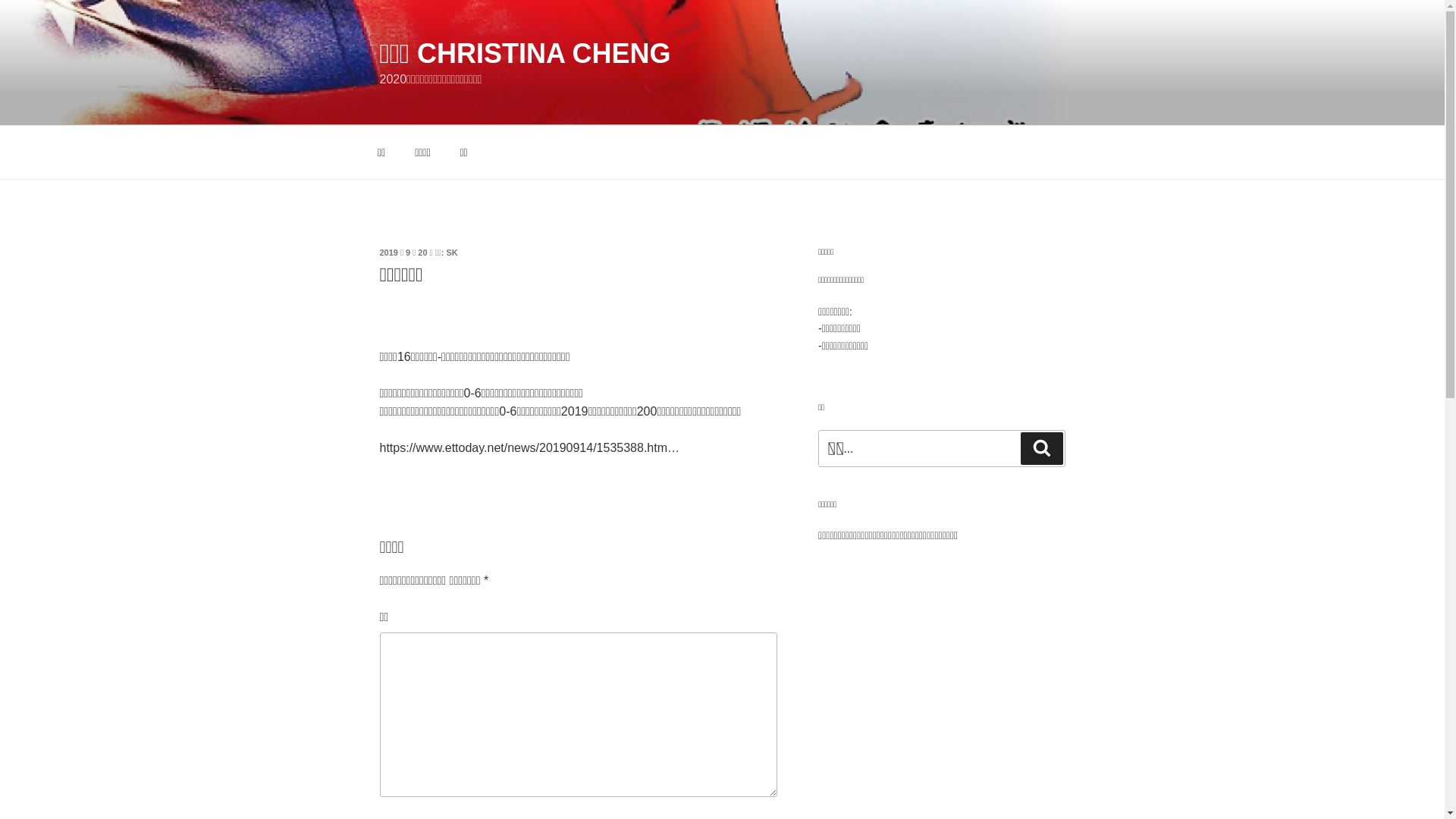 Image resolution: width=1456 pixels, height=819 pixels. What do you see at coordinates (450, 251) in the screenshot?
I see `'SK'` at bounding box center [450, 251].